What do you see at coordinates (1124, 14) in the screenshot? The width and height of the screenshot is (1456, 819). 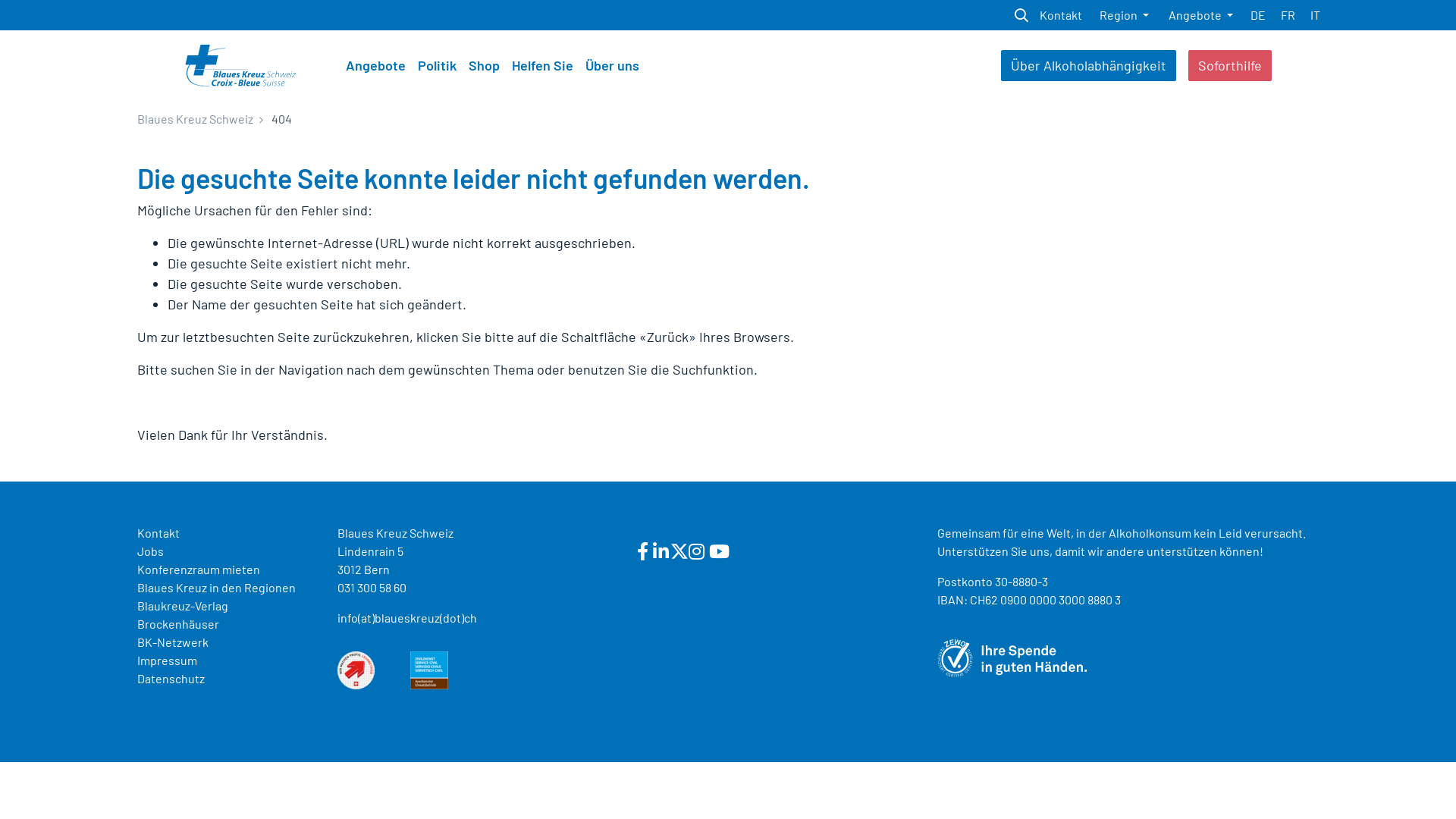 I see `'Region'` at bounding box center [1124, 14].